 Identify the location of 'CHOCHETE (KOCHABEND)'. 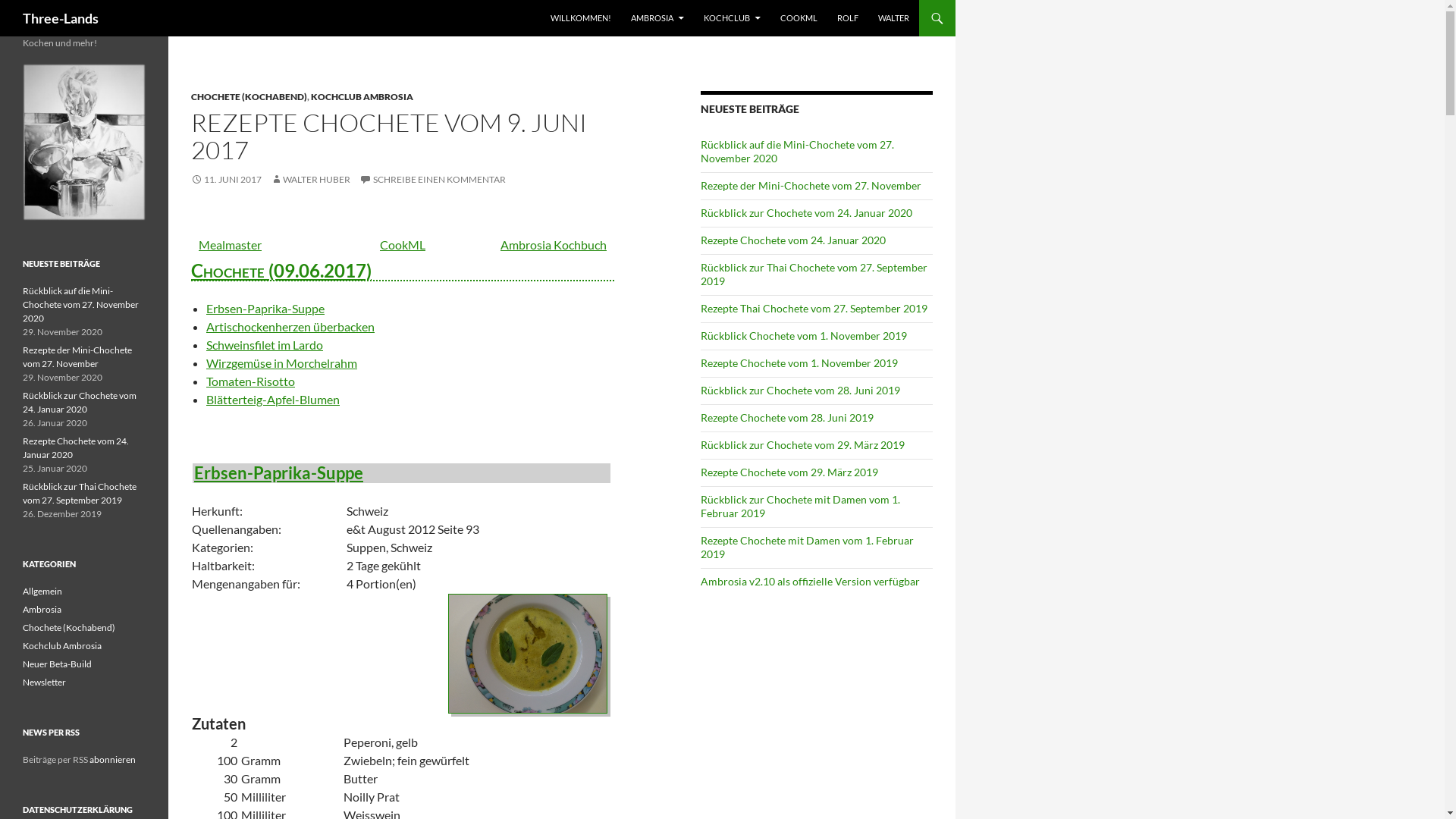
(190, 96).